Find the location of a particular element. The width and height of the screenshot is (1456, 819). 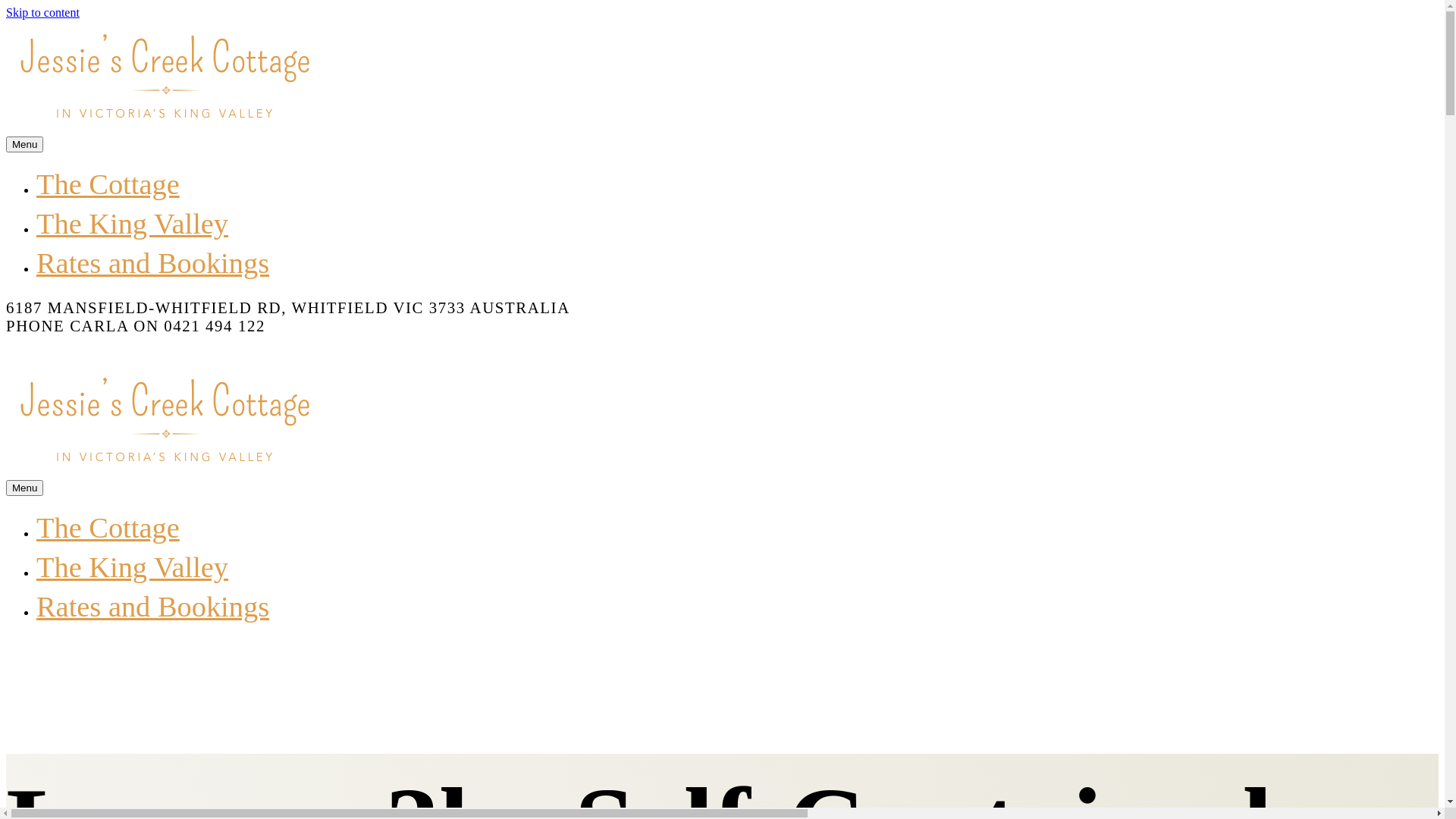

'The King Valley' is located at coordinates (132, 567).